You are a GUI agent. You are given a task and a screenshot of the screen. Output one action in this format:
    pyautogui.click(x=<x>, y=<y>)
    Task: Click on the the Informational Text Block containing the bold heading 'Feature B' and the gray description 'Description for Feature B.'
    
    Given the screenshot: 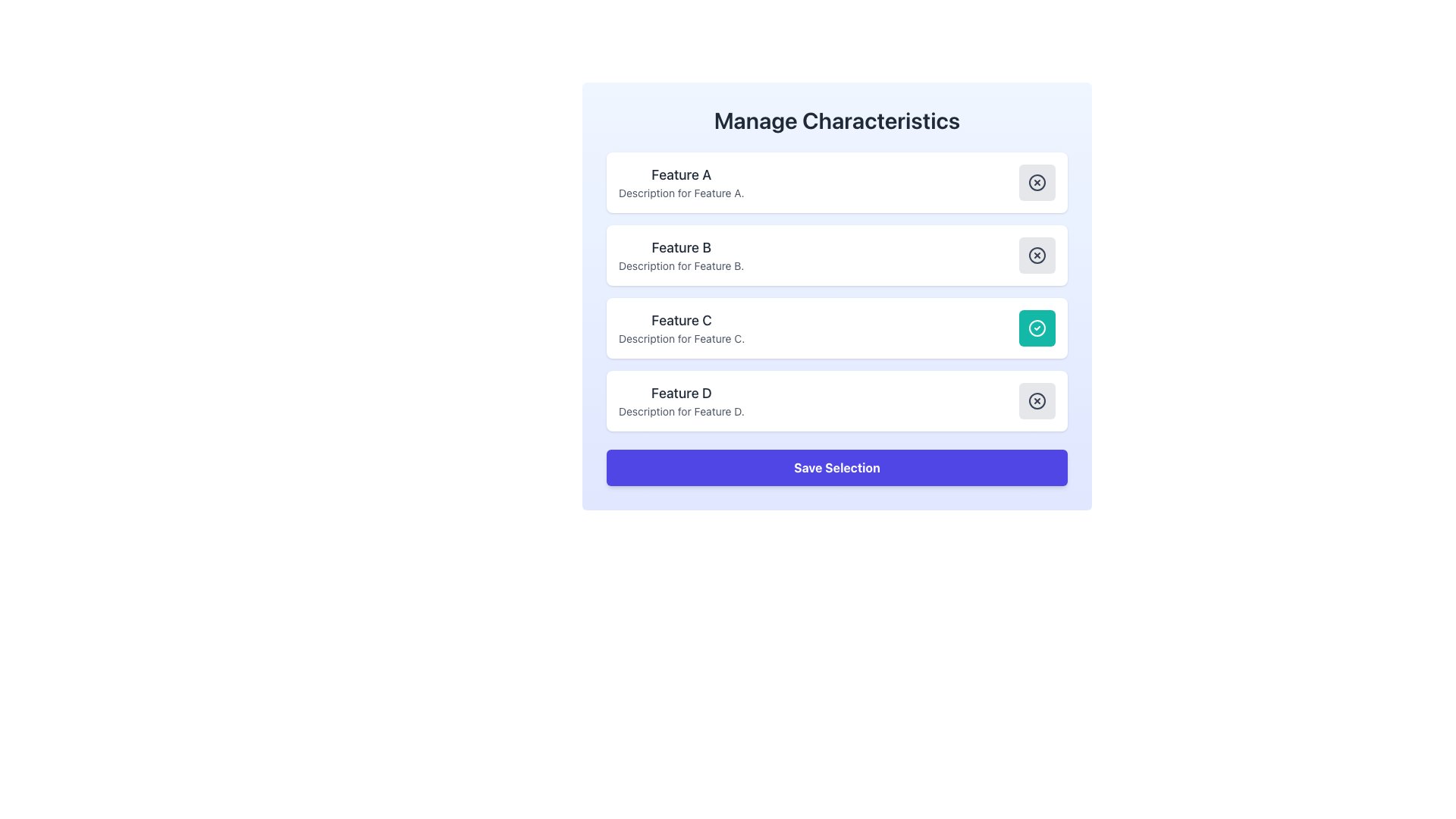 What is the action you would take?
    pyautogui.click(x=680, y=254)
    